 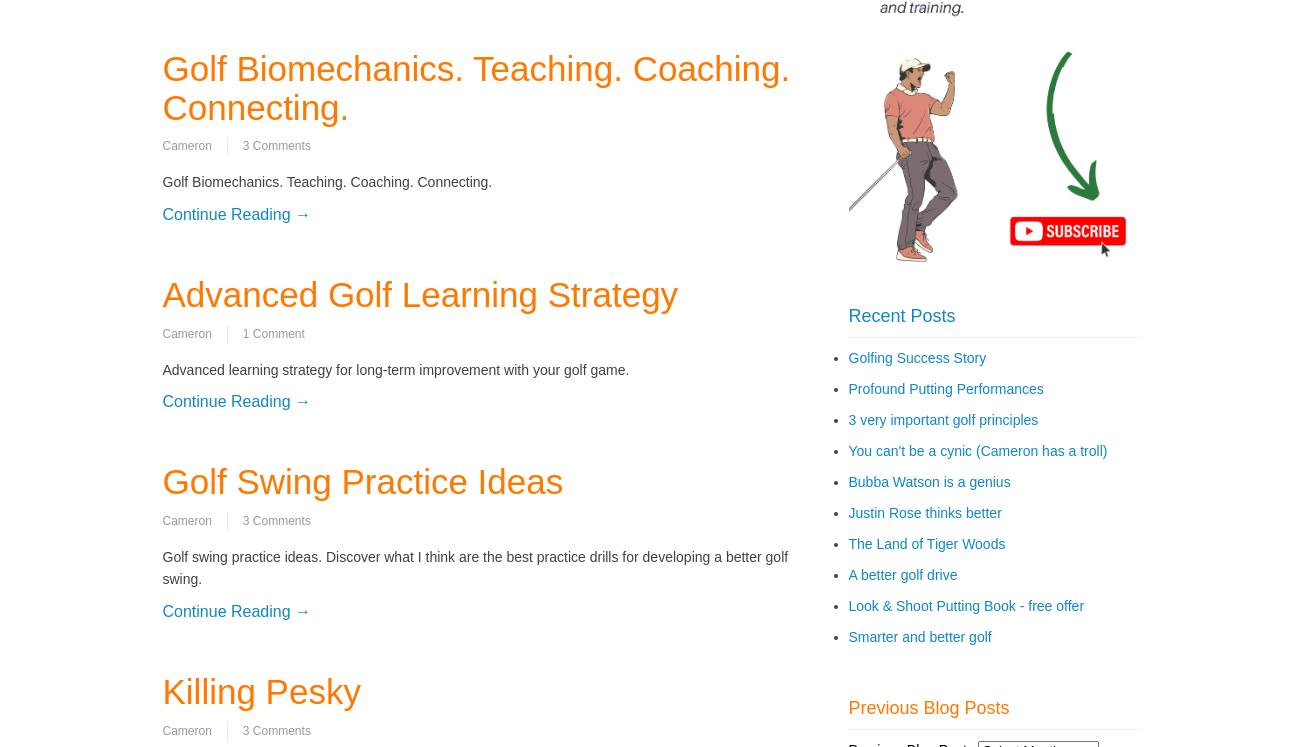 I want to click on 'Smarter and better golf', so click(x=918, y=635).